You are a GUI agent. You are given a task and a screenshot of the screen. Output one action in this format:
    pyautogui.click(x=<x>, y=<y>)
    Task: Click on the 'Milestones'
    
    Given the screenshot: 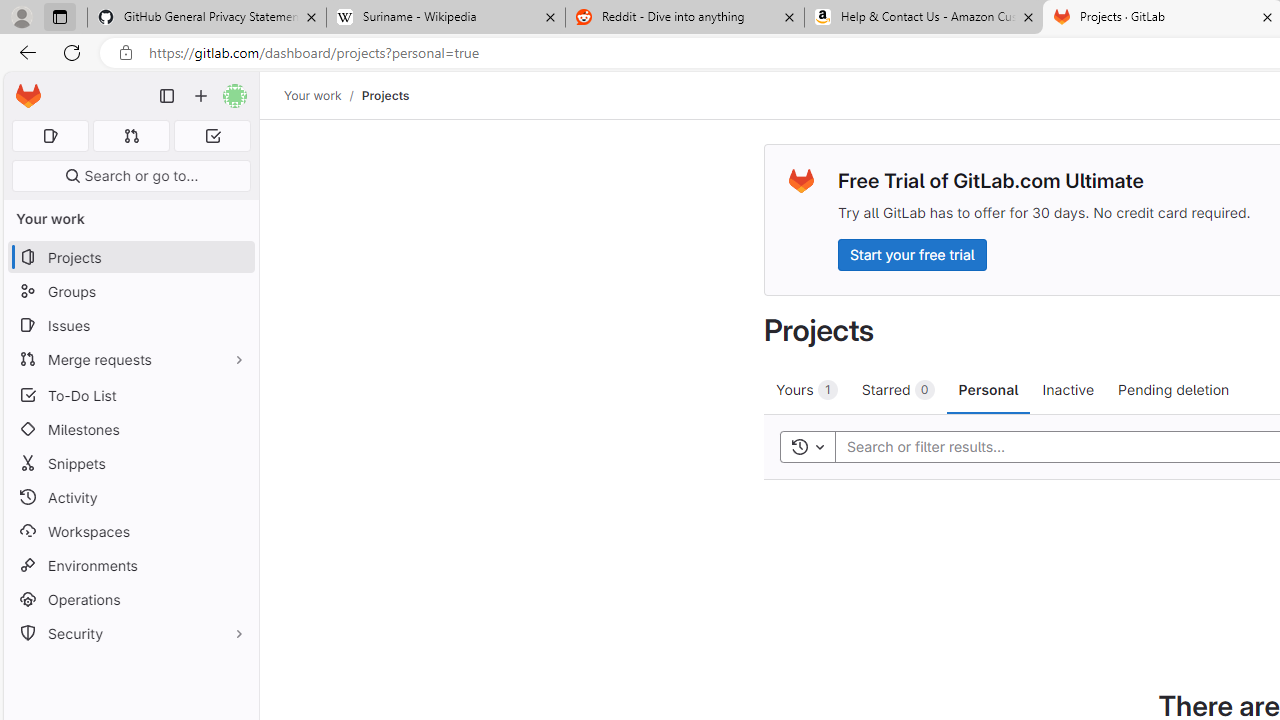 What is the action you would take?
    pyautogui.click(x=130, y=428)
    